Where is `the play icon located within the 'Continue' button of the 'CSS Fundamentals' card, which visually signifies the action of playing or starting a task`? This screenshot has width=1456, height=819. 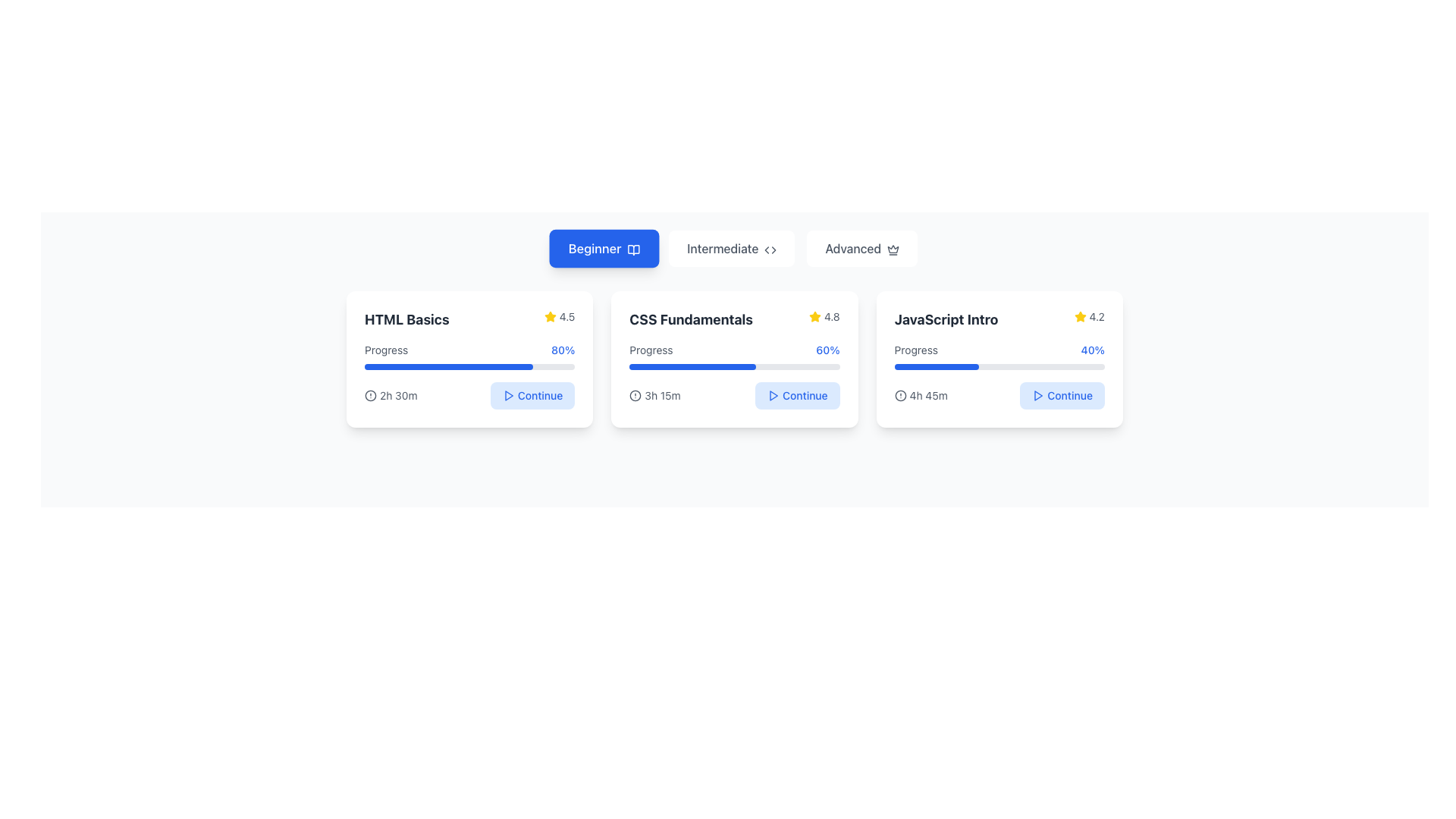 the play icon located within the 'Continue' button of the 'CSS Fundamentals' card, which visually signifies the action of playing or starting a task is located at coordinates (1038, 394).